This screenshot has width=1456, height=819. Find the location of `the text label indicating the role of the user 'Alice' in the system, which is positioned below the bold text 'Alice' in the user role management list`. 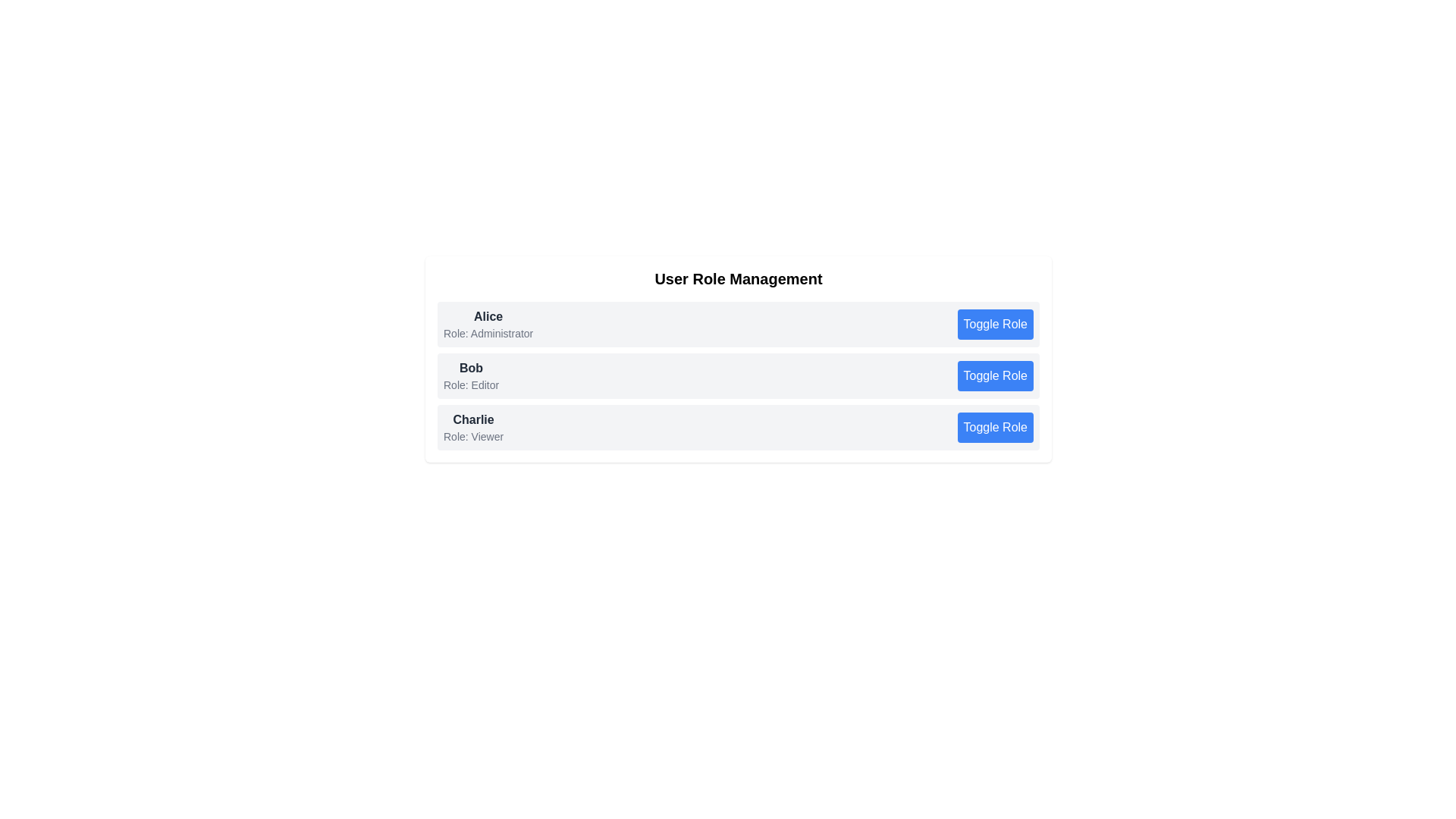

the text label indicating the role of the user 'Alice' in the system, which is positioned below the bold text 'Alice' in the user role management list is located at coordinates (488, 332).